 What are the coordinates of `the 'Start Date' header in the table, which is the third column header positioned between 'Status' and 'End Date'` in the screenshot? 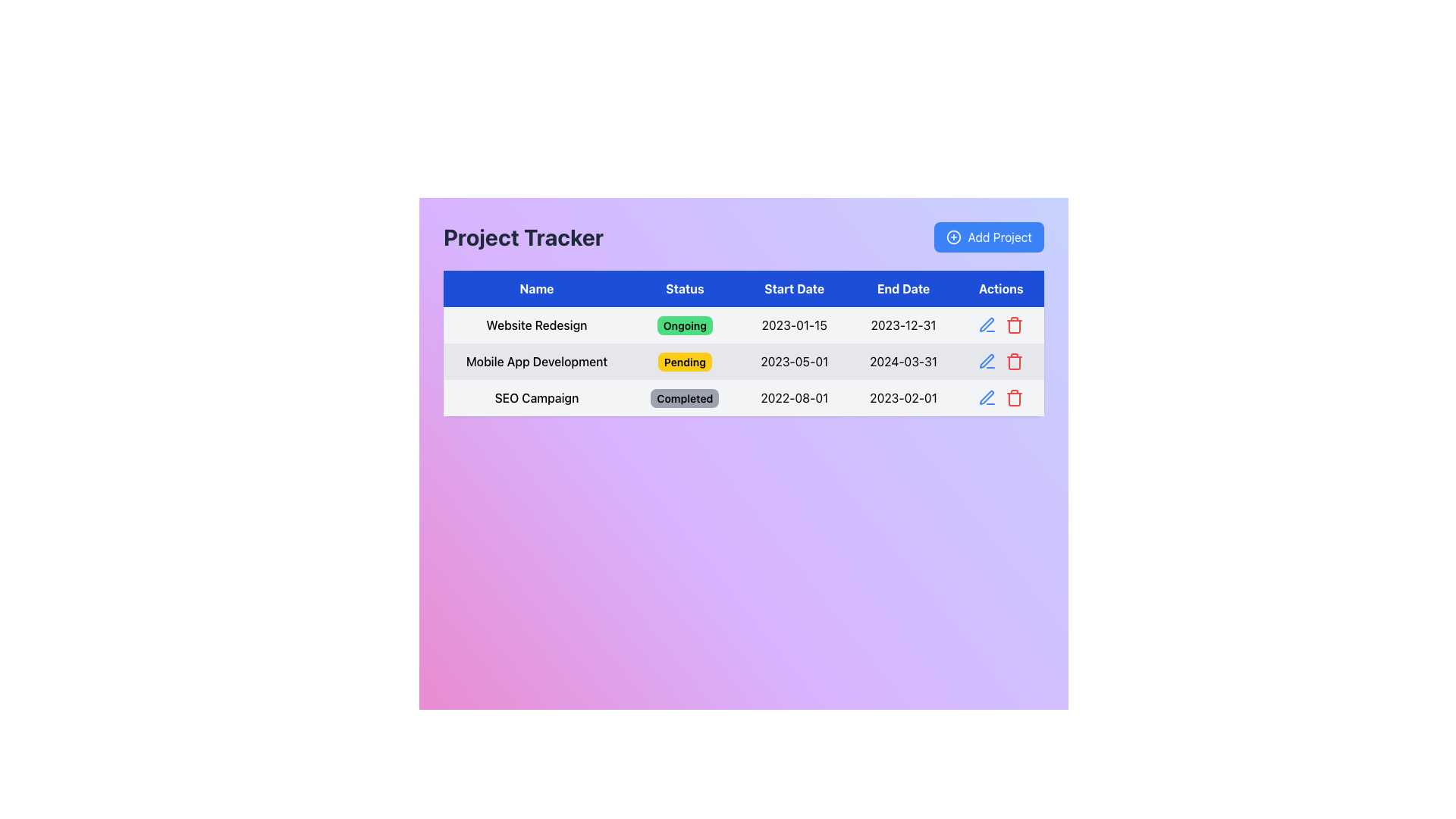 It's located at (793, 289).